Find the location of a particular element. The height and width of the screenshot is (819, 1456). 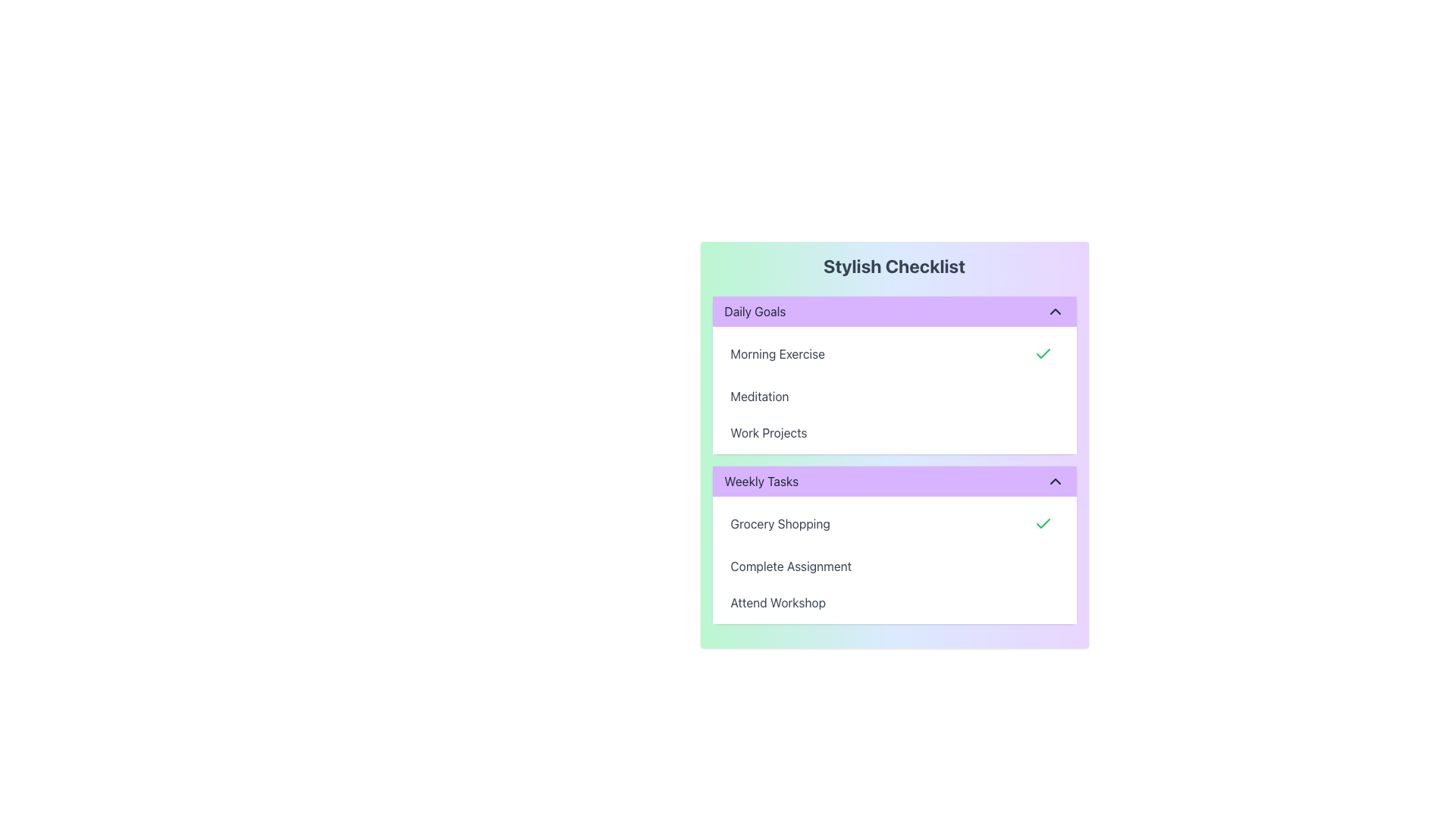

the first text label in the 'Daily Goals' section that displays the name of the first task, positioned above the 'Meditation' label and to the left of the green checkmark icon is located at coordinates (777, 353).